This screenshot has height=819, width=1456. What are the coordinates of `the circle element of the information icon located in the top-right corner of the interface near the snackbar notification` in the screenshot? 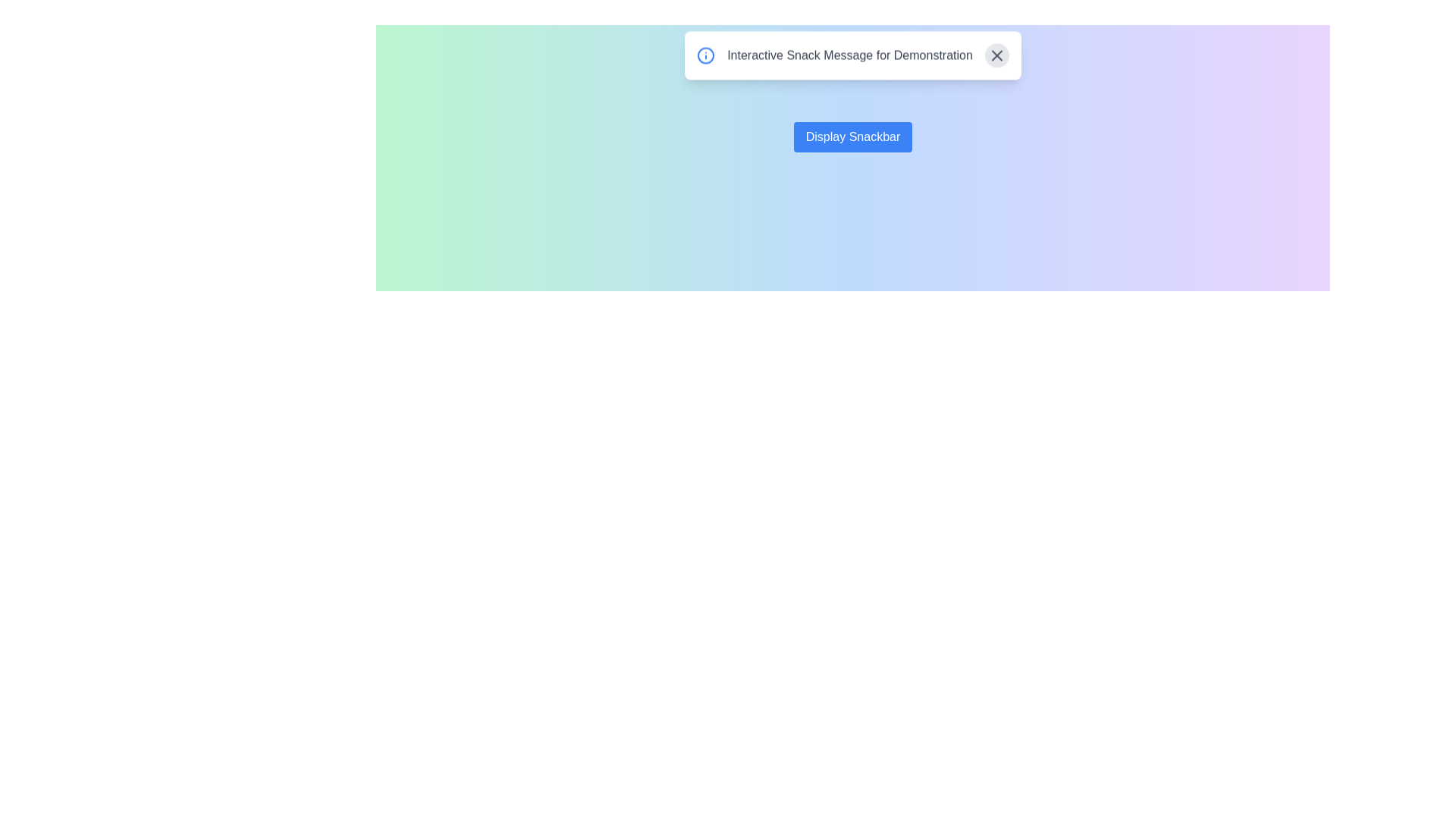 It's located at (705, 61).